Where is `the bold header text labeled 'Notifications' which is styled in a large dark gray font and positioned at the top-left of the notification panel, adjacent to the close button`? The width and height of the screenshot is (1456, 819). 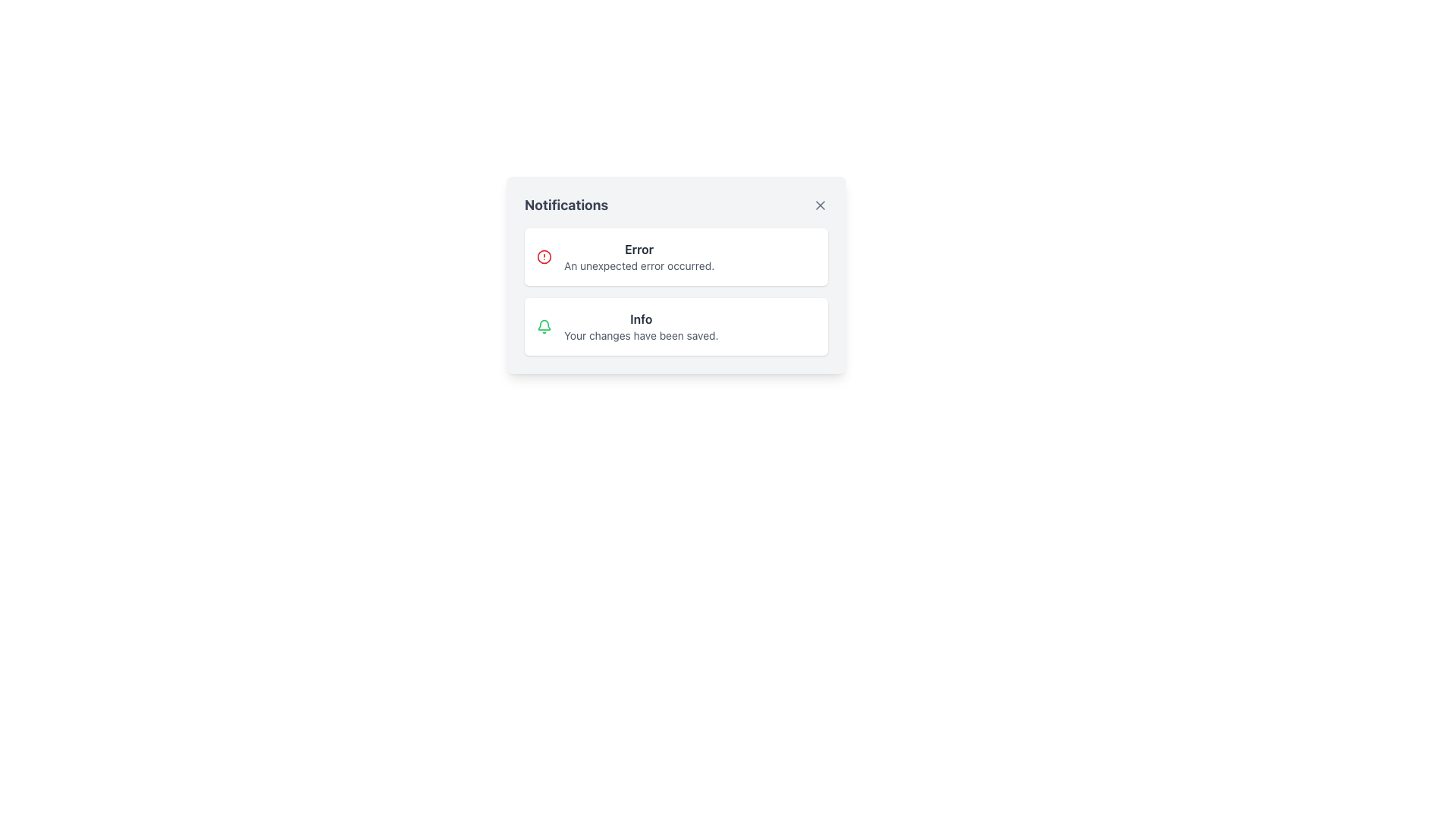
the bold header text labeled 'Notifications' which is styled in a large dark gray font and positioned at the top-left of the notification panel, adjacent to the close button is located at coordinates (566, 205).